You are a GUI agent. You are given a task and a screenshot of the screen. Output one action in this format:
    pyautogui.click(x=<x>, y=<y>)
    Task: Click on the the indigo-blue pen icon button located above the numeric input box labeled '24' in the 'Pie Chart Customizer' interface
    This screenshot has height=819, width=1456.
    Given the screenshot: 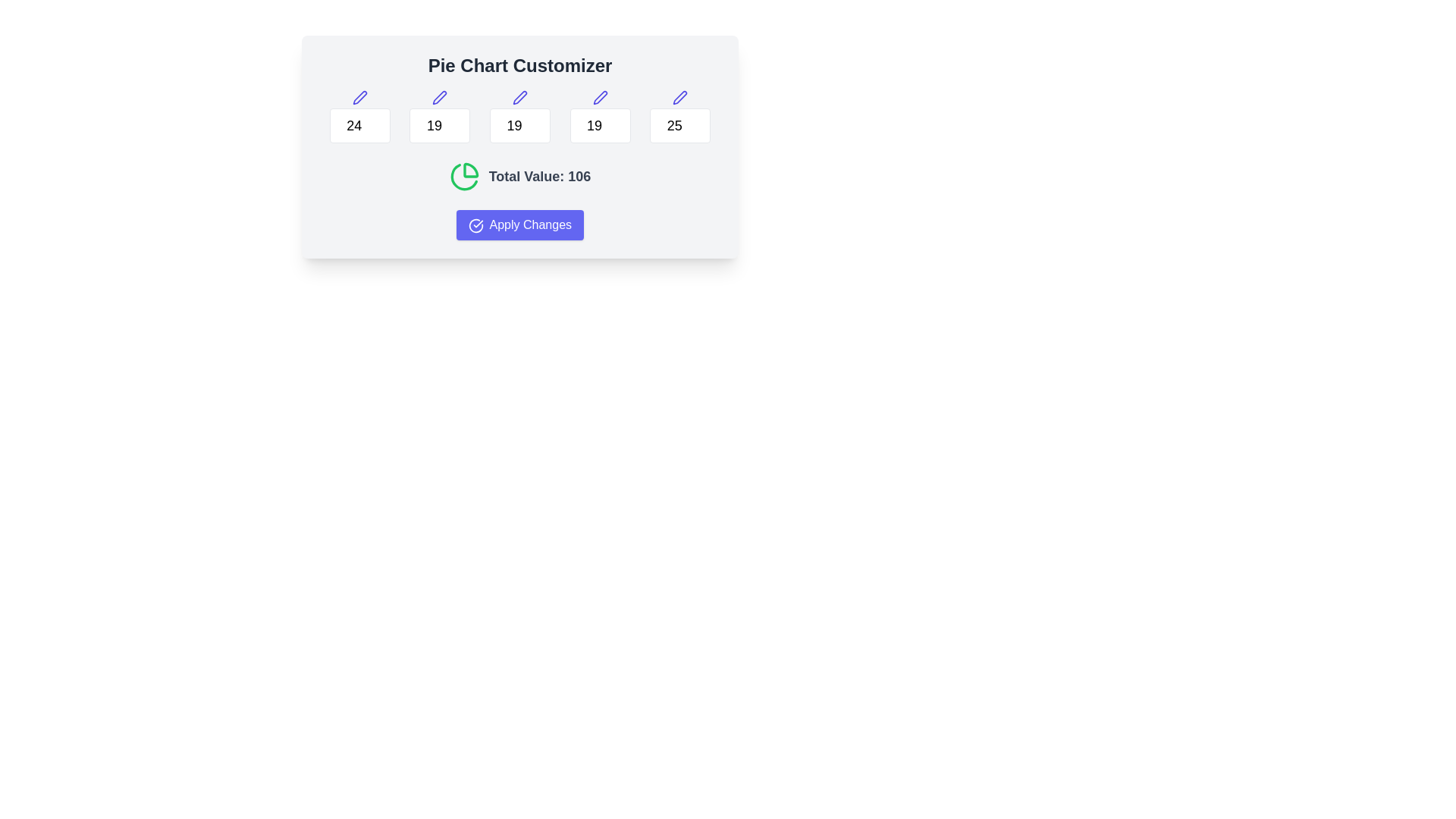 What is the action you would take?
    pyautogui.click(x=359, y=97)
    